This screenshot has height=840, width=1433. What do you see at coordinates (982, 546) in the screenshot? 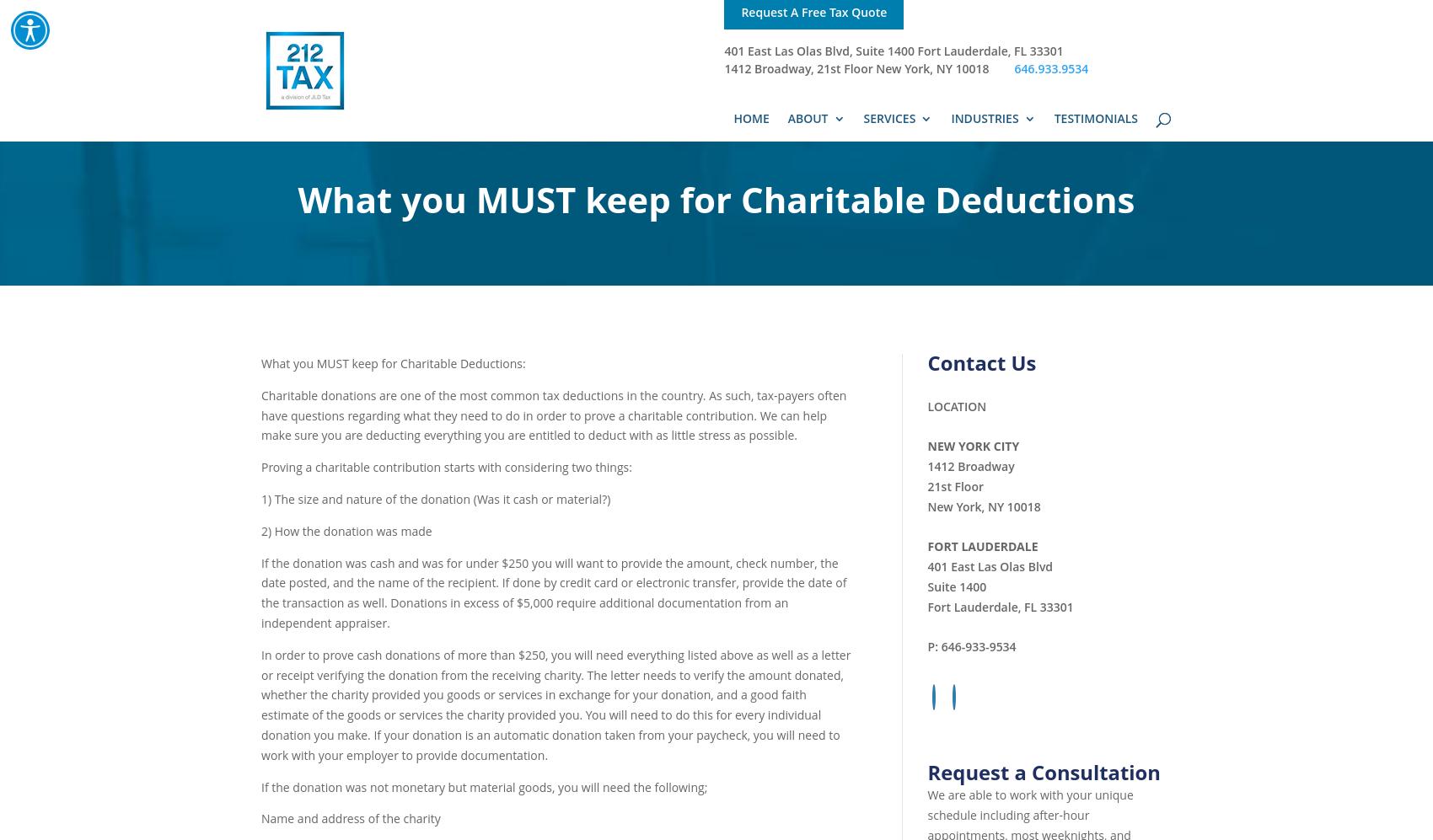
I see `'FORT LAUDERDALE'` at bounding box center [982, 546].